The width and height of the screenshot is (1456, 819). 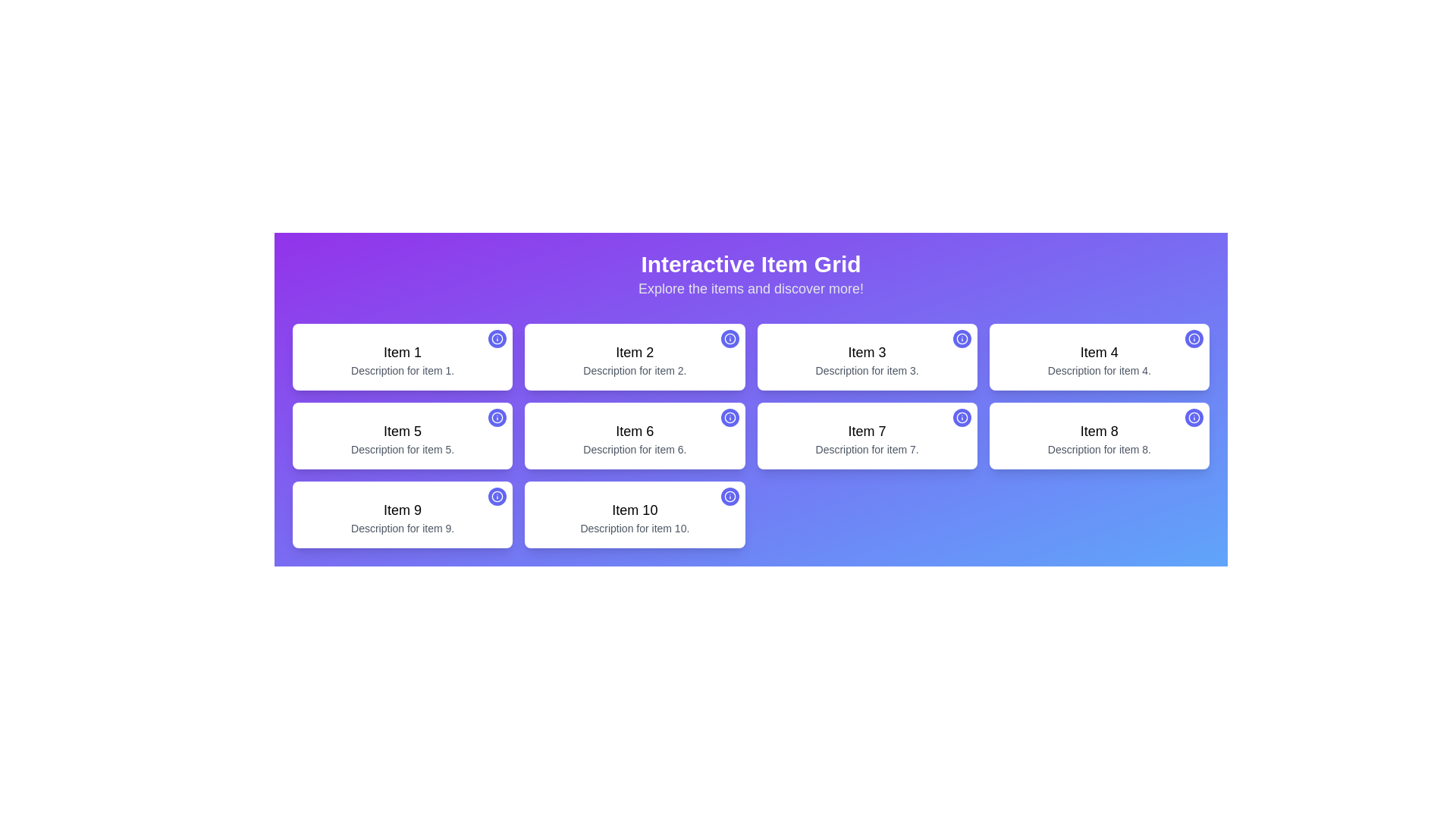 What do you see at coordinates (497, 338) in the screenshot?
I see `the information indicator icon located in the top-right corner of the 'Item 1' card` at bounding box center [497, 338].